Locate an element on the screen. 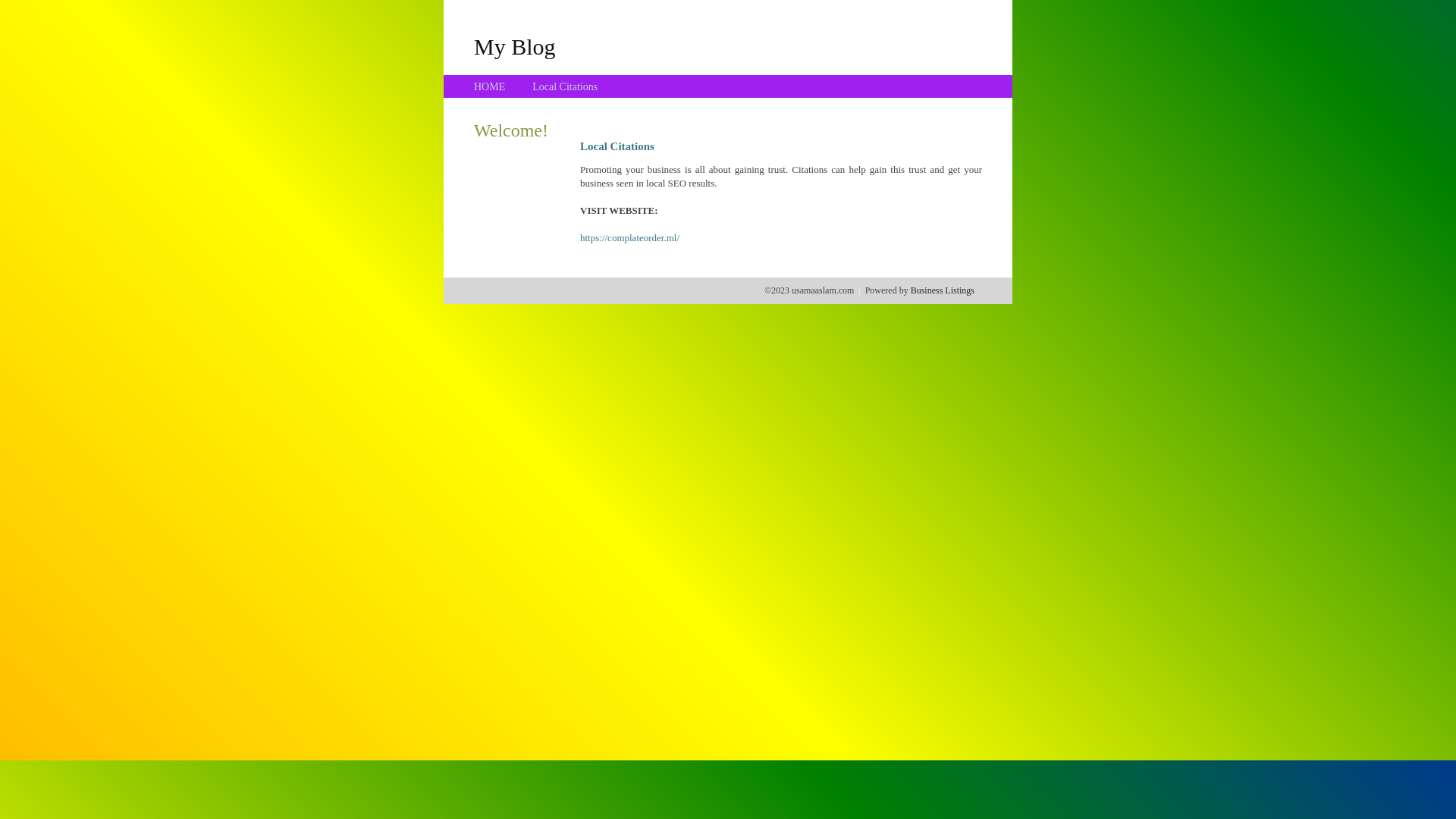 The height and width of the screenshot is (819, 1456). 'HOME' is located at coordinates (472, 86).